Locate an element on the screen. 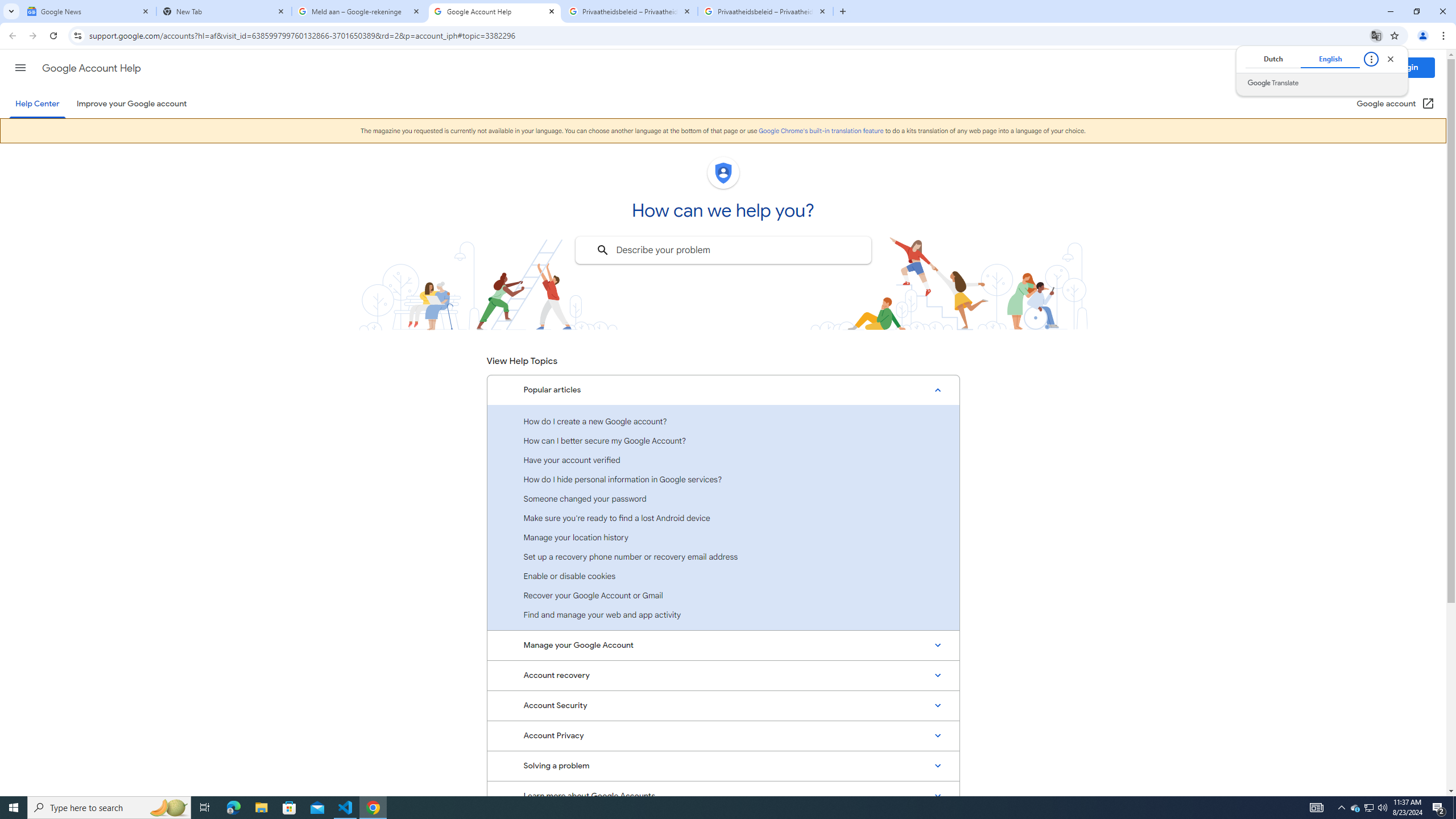  'Someone changed your password' is located at coordinates (723, 498).